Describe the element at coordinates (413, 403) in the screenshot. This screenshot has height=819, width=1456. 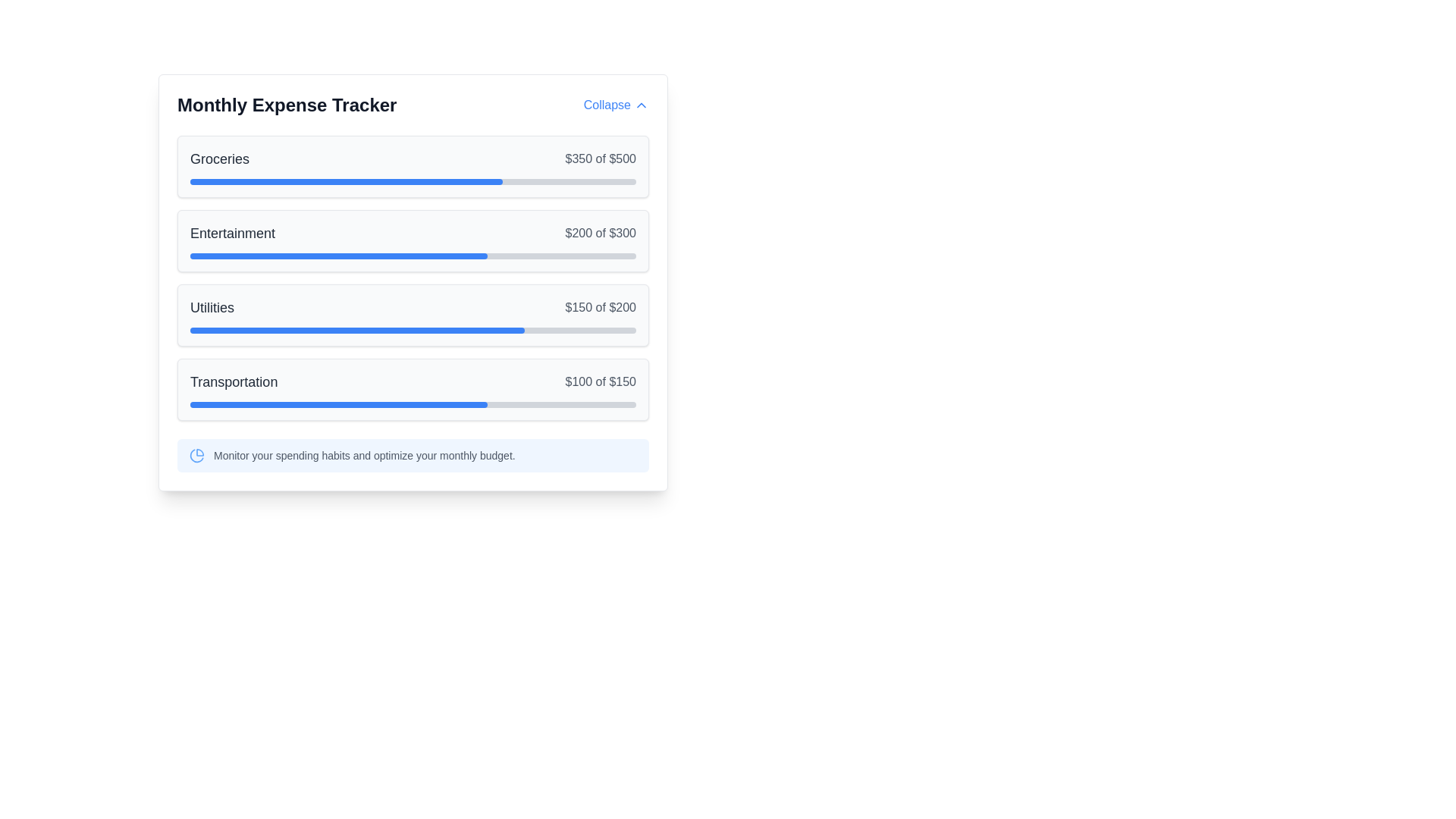
I see `the horizontal progress bar within the 'Transportation $100 of $150' box in the 'Monthly Expense Tracker' section, which is filled to 66.67% with a blue segment` at that location.